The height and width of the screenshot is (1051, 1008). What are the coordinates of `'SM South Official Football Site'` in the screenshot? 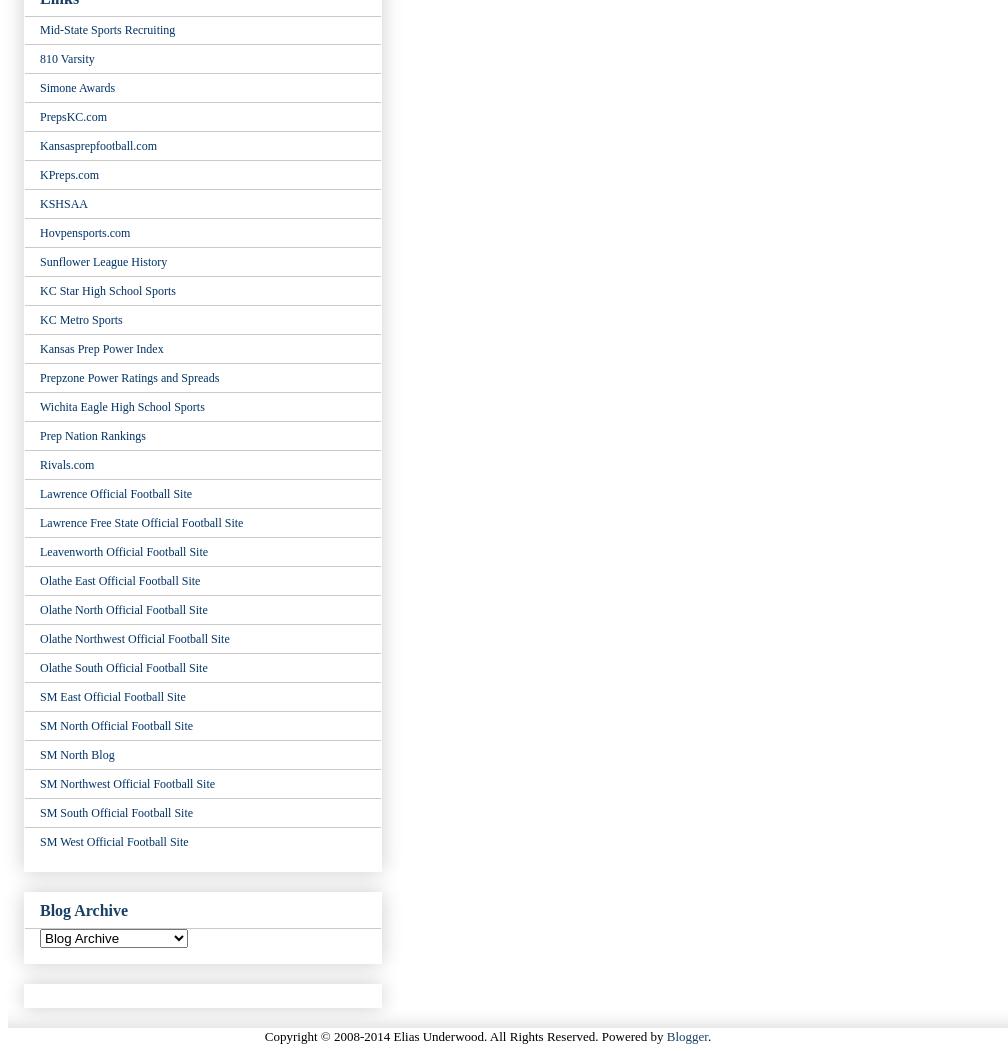 It's located at (116, 812).